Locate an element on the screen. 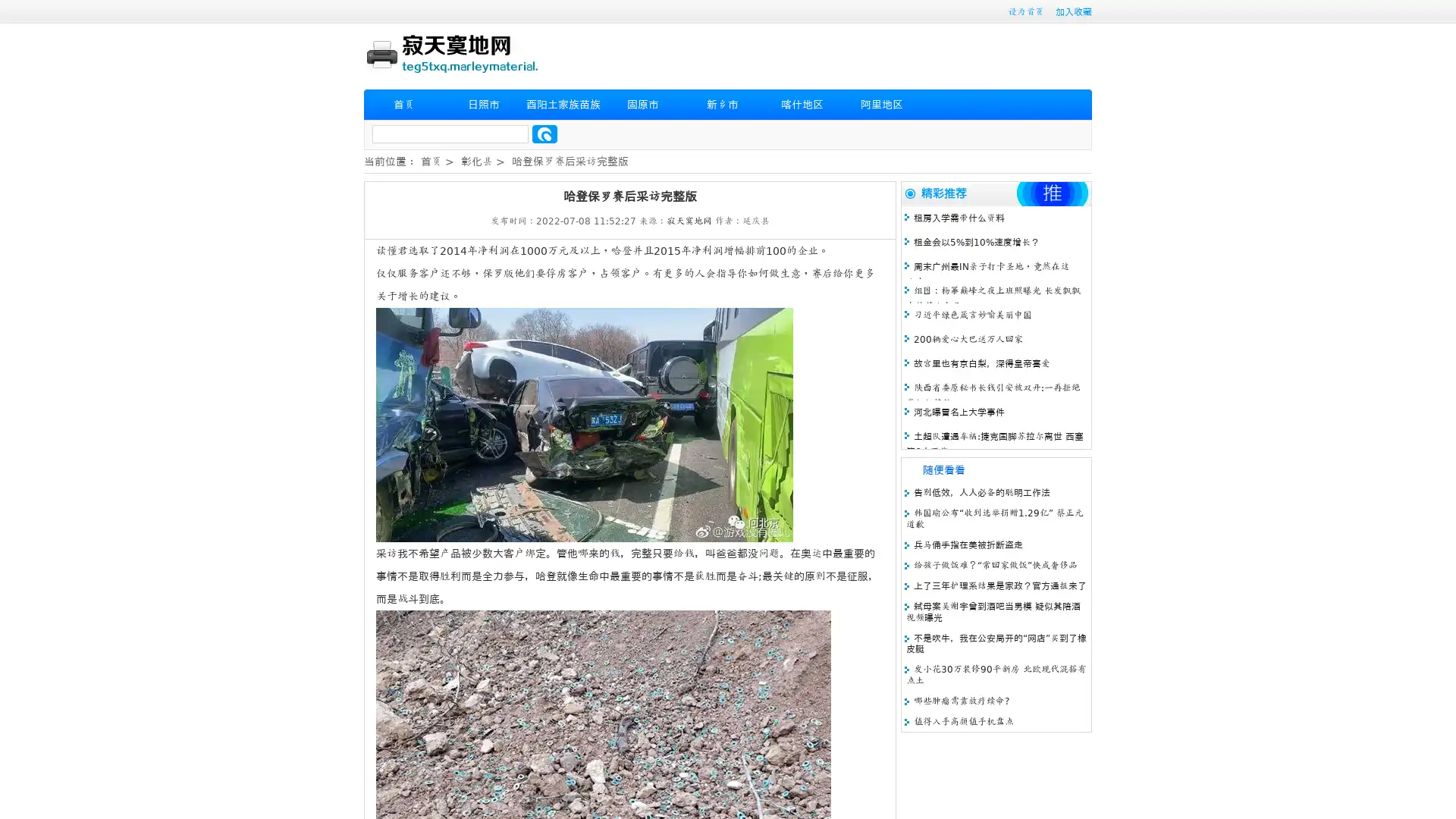 The width and height of the screenshot is (1456, 819). Search is located at coordinates (544, 133).